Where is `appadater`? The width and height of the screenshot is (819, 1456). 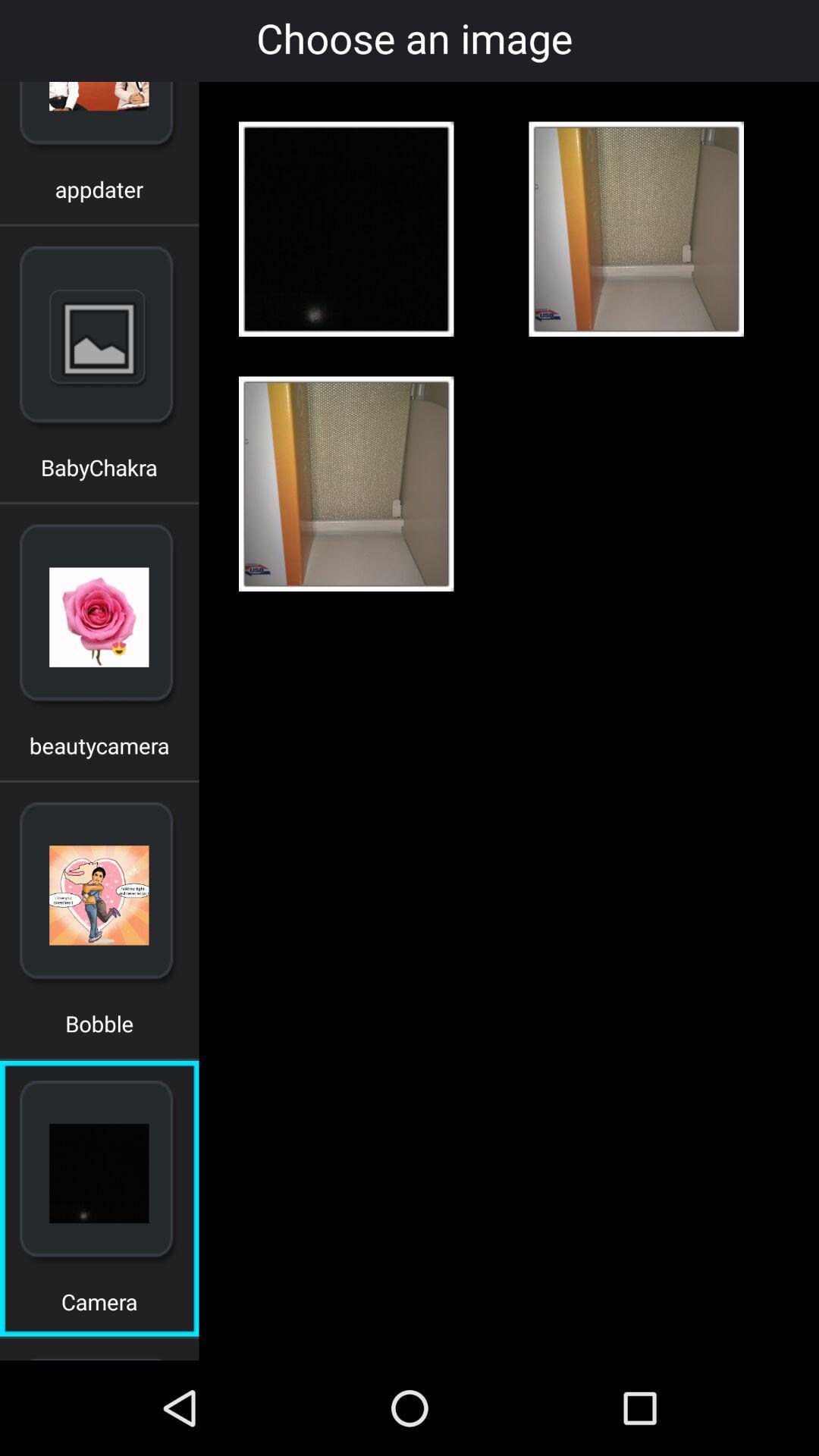 appadater is located at coordinates (99, 194).